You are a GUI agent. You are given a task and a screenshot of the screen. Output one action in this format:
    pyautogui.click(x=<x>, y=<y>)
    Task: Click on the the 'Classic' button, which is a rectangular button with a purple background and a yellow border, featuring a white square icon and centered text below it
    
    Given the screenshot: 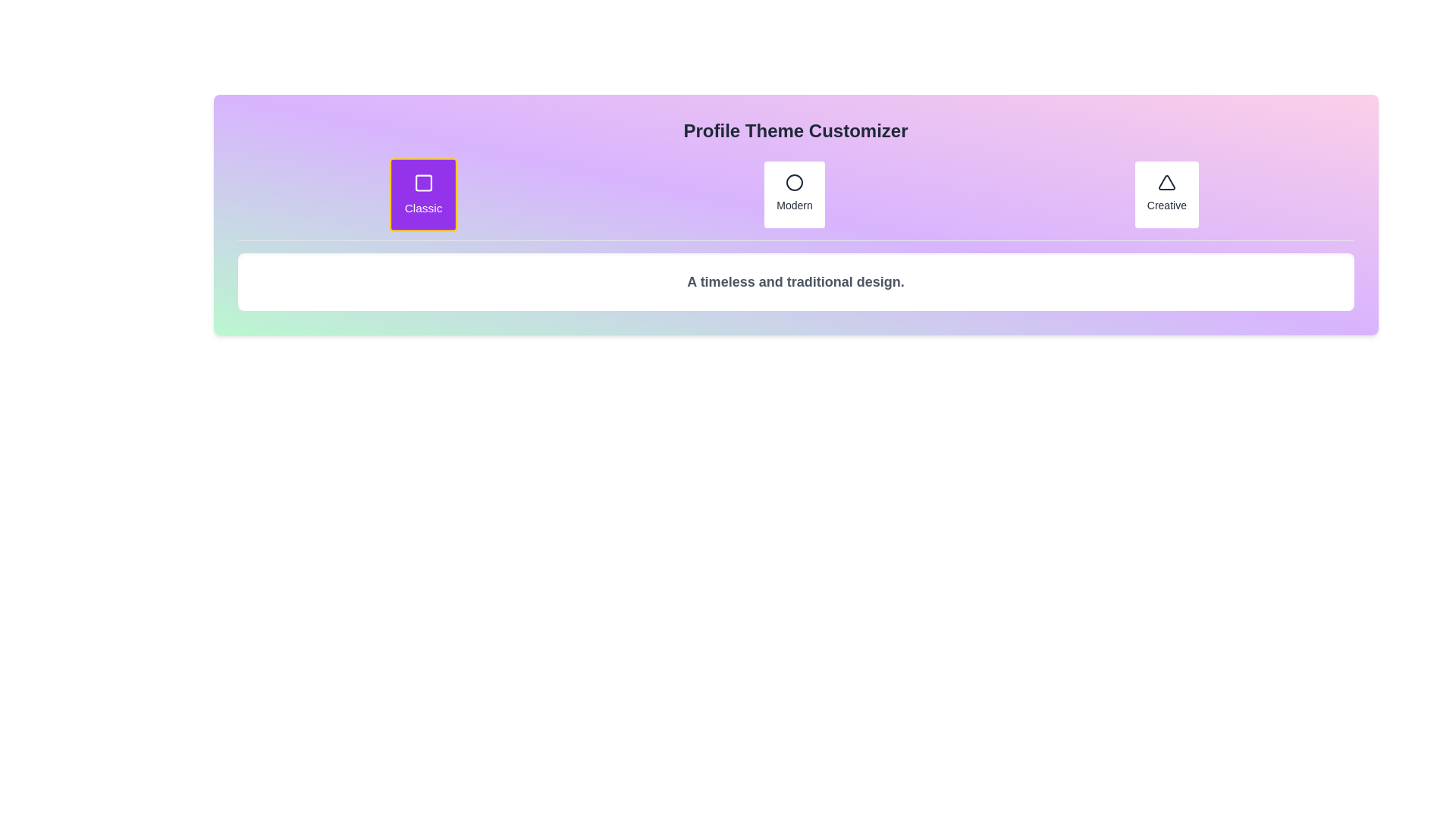 What is the action you would take?
    pyautogui.click(x=423, y=194)
    